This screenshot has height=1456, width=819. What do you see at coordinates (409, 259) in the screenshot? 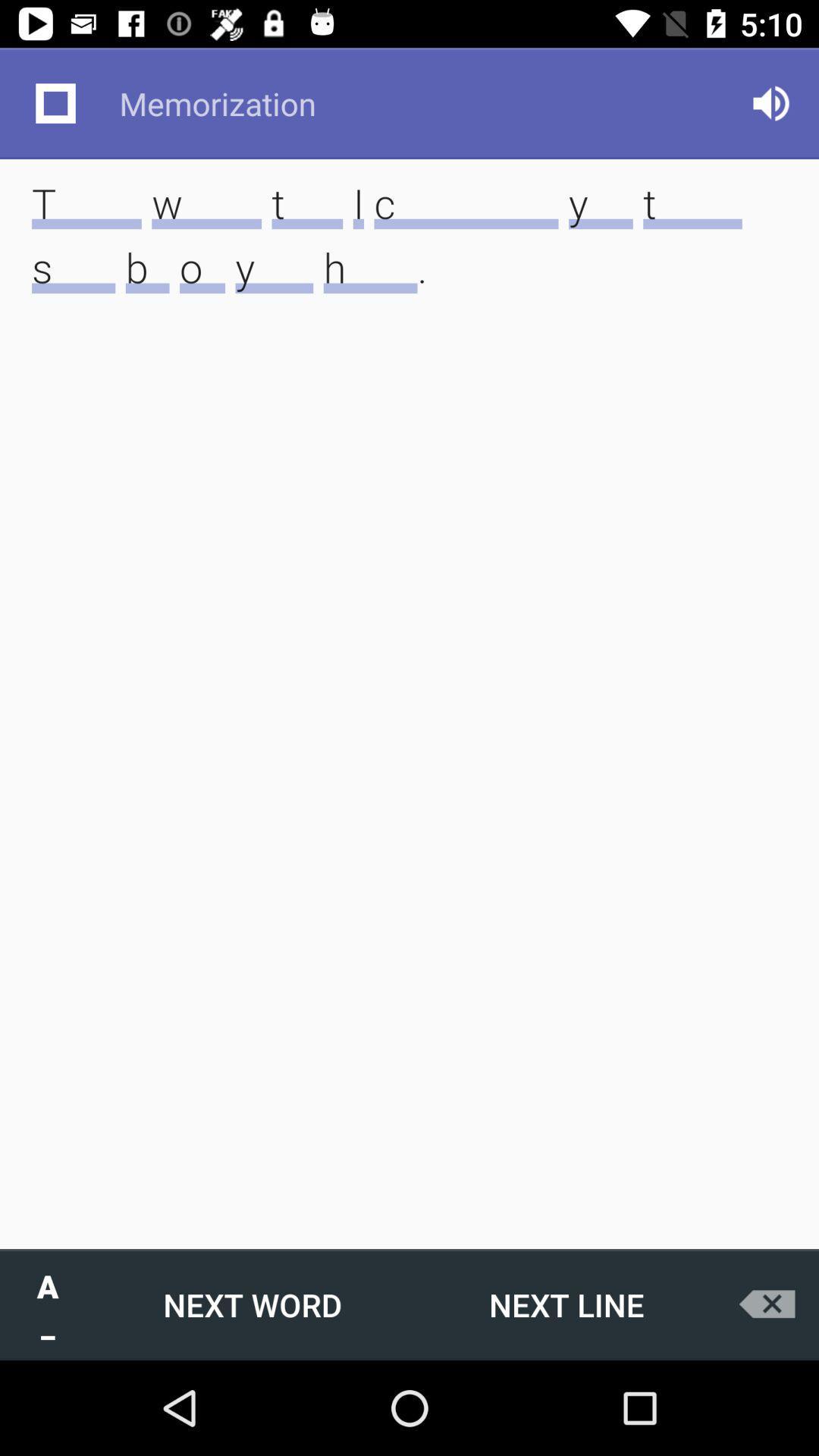
I see `the these words that item` at bounding box center [409, 259].